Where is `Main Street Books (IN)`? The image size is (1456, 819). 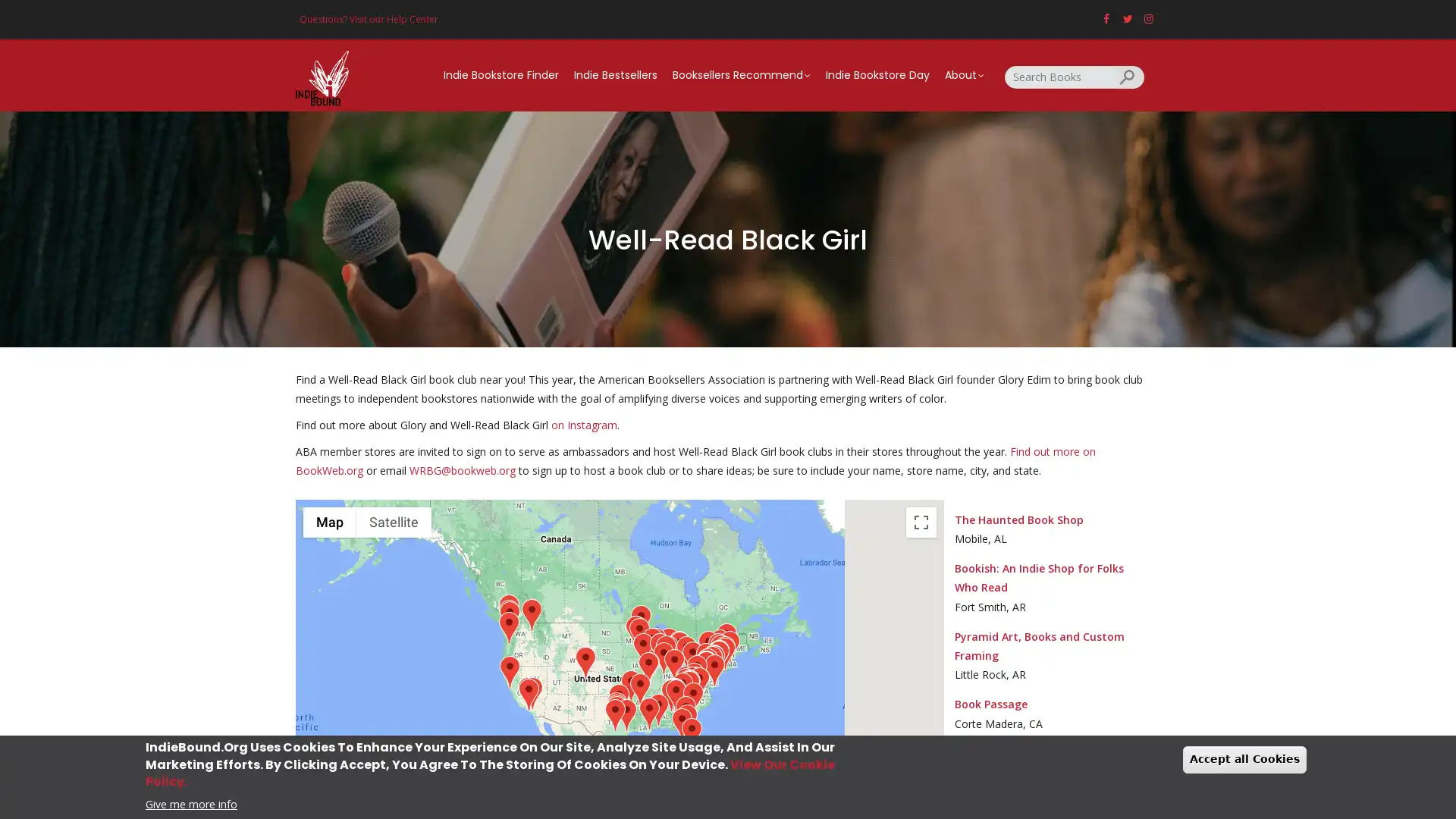
Main Street Books (IN) is located at coordinates (663, 657).